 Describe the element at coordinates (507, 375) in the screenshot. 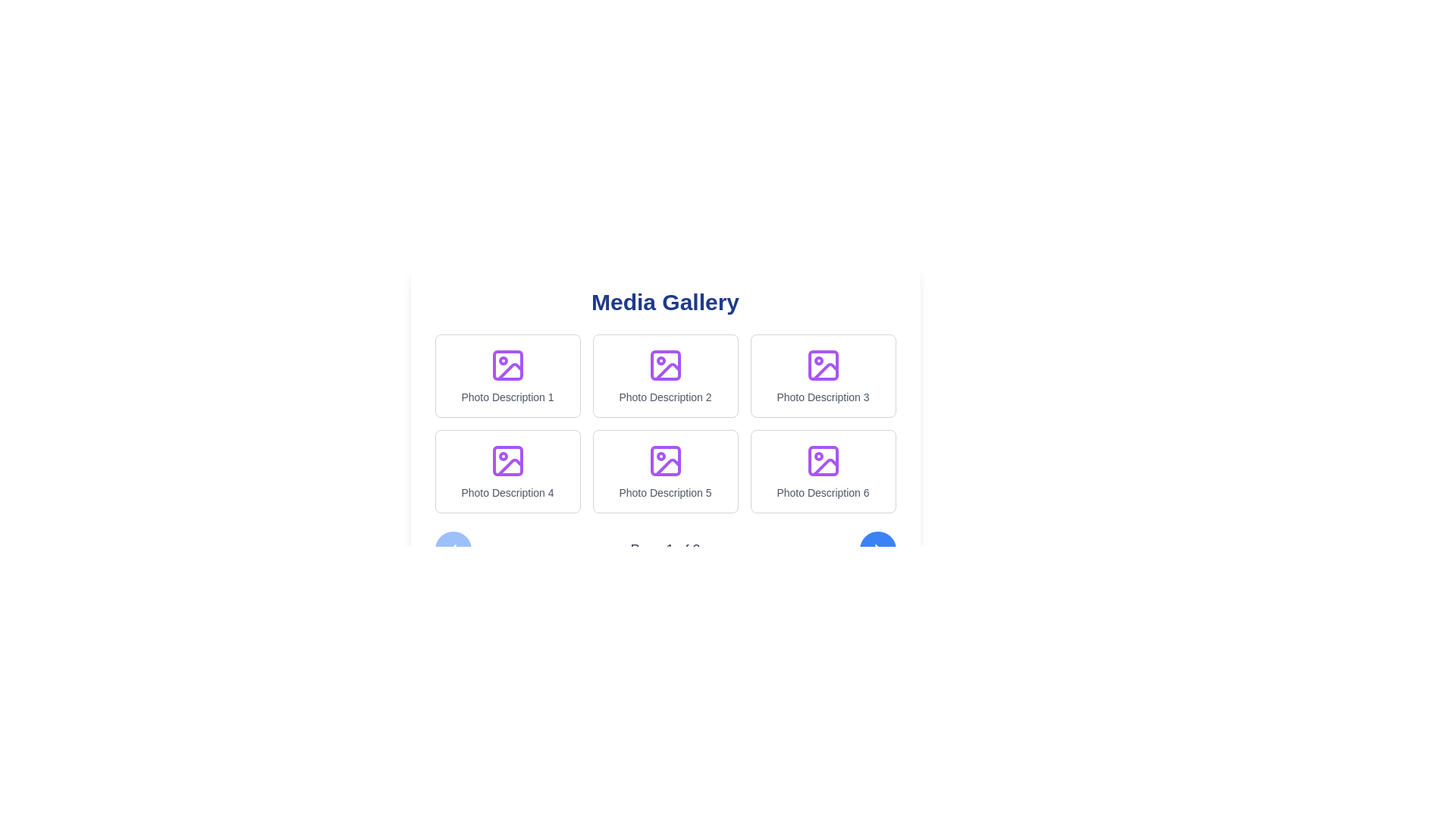

I see `the Media tile in the top-left corner of the media gallery` at that location.